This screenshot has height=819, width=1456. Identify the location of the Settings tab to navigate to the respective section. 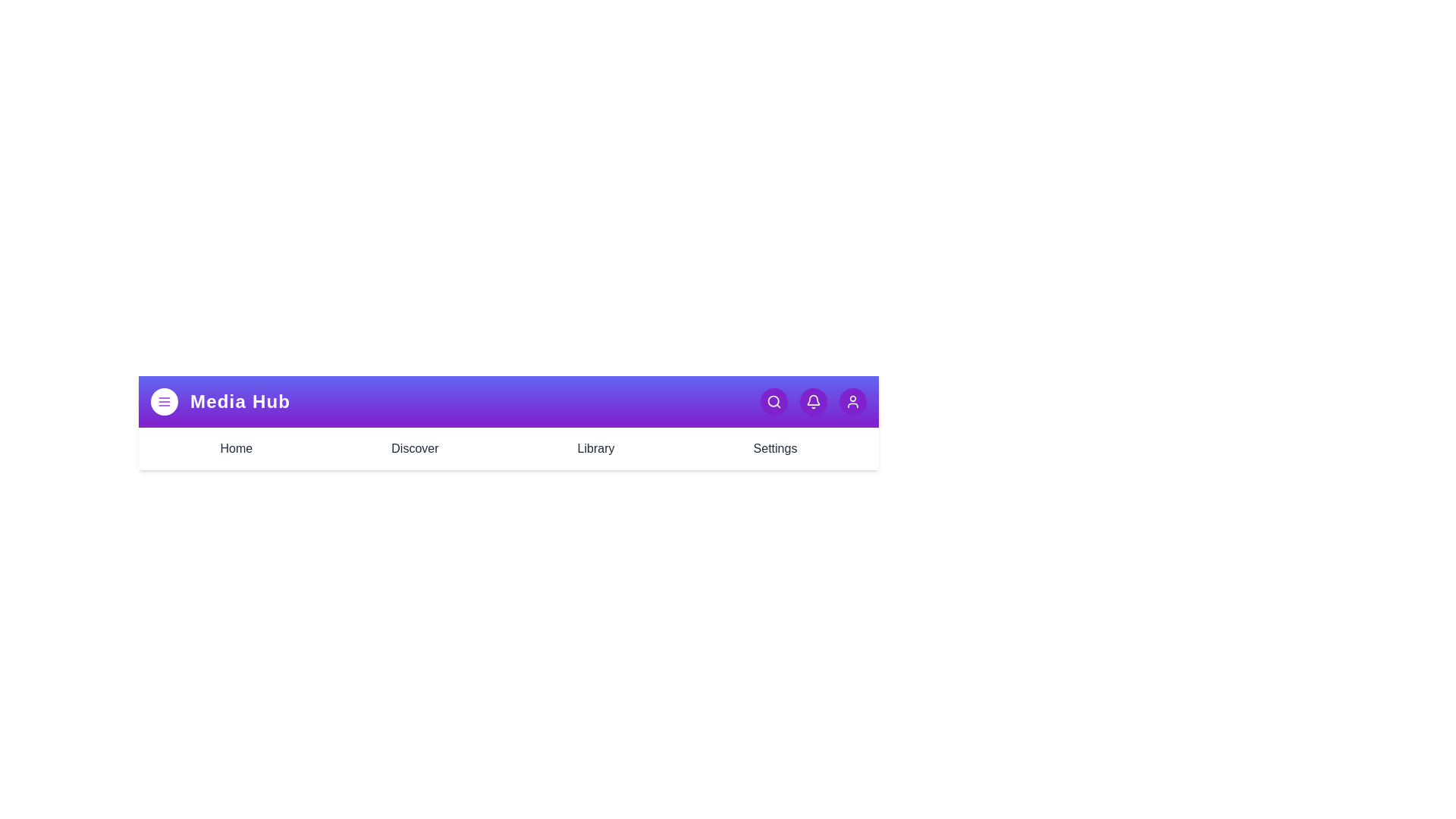
(775, 447).